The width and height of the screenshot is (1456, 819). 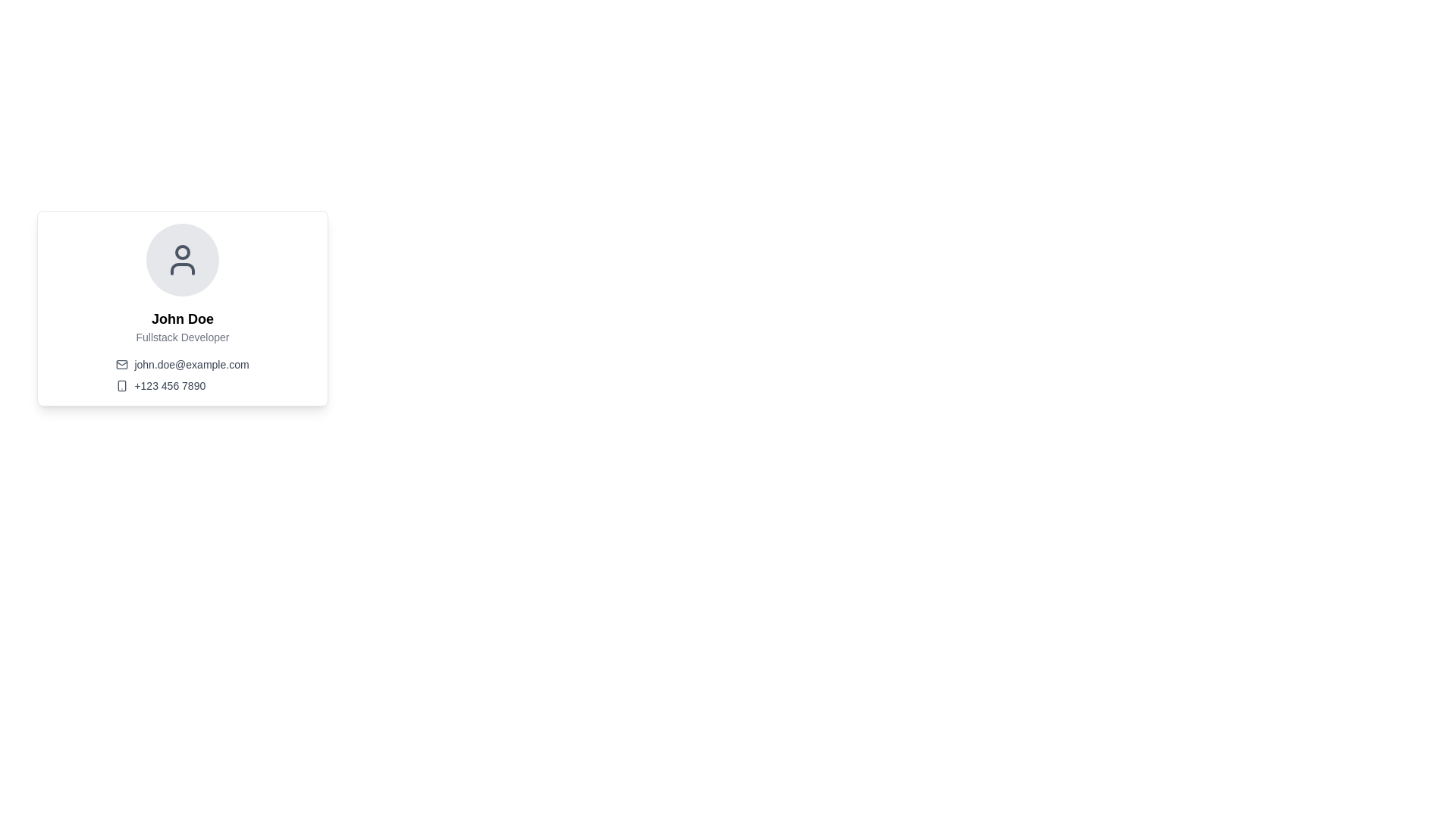 What do you see at coordinates (122, 385) in the screenshot?
I see `the smartphone icon's rectangular base located at the bottom left corner of the user's contact information card by clicking on it` at bounding box center [122, 385].